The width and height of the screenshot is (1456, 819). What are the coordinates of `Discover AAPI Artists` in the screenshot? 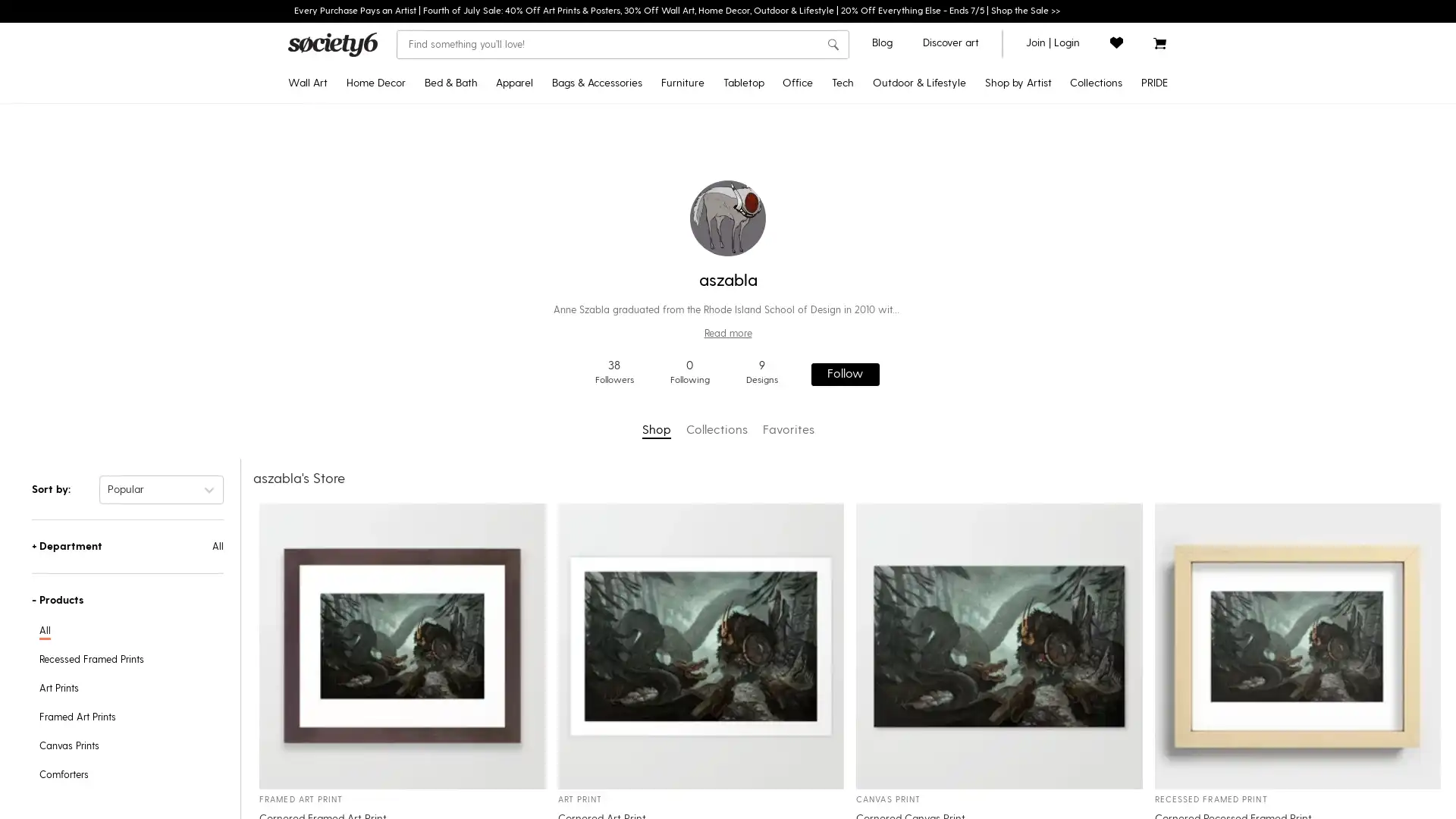 It's located at (977, 219).